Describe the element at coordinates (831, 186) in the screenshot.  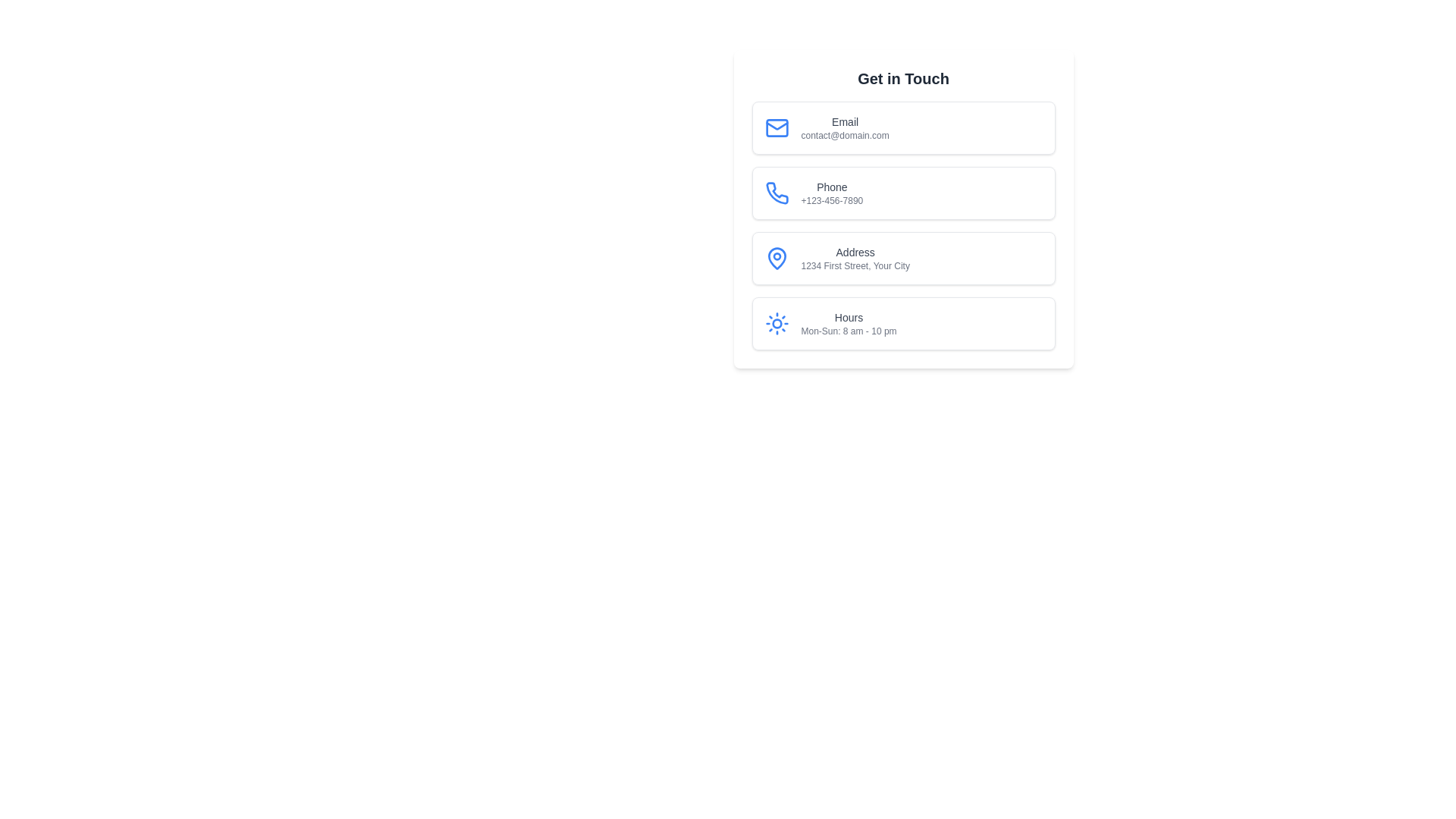
I see `the Text label that provides context for the contact number located above '+123-456-7890' in the 'Phone' section of the contact information list` at that location.